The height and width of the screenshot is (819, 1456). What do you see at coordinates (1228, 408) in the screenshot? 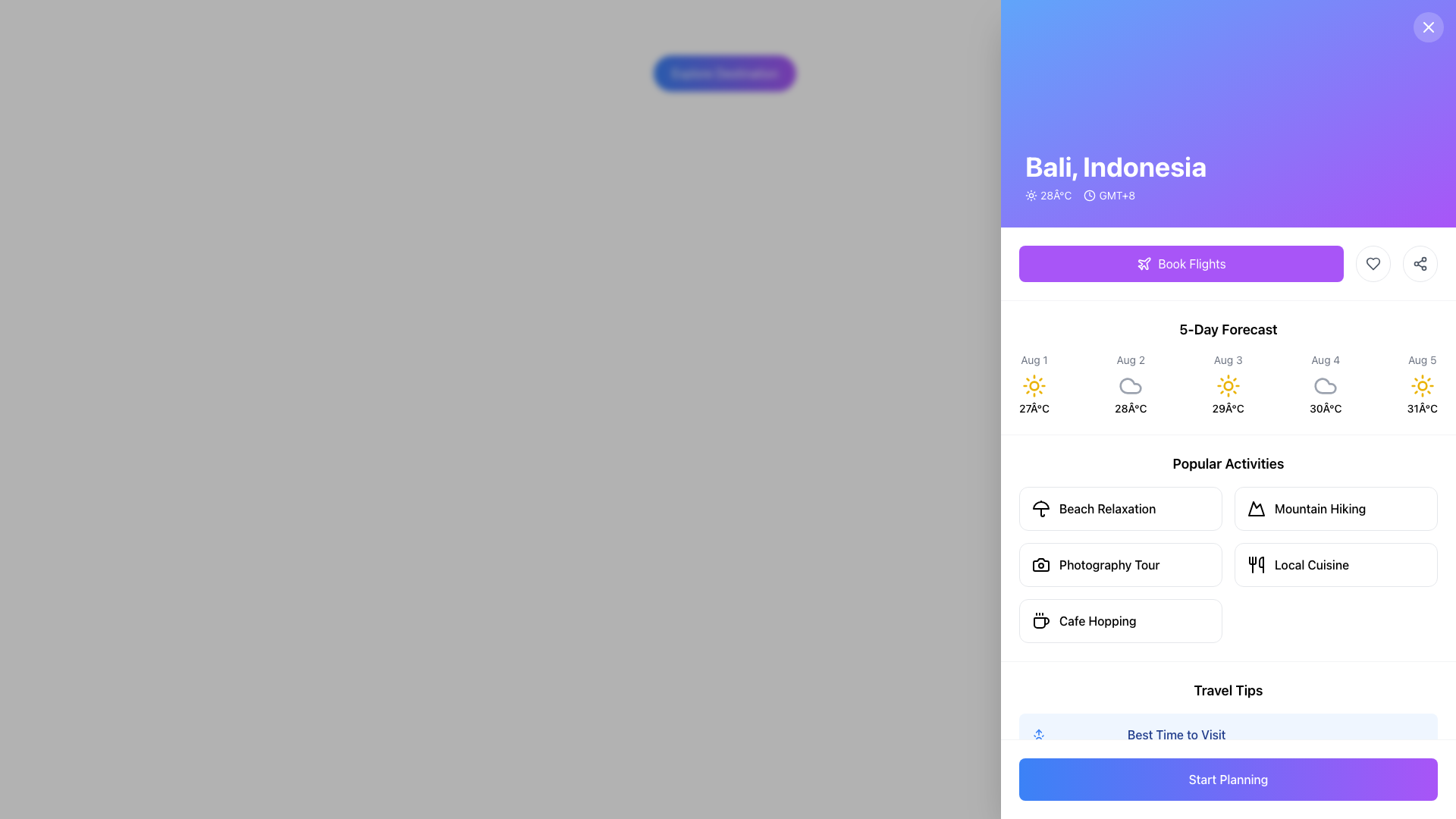
I see `the temperature label indicating the expected high temperature for 'Aug 3' in the '5-Day Forecast' section` at bounding box center [1228, 408].